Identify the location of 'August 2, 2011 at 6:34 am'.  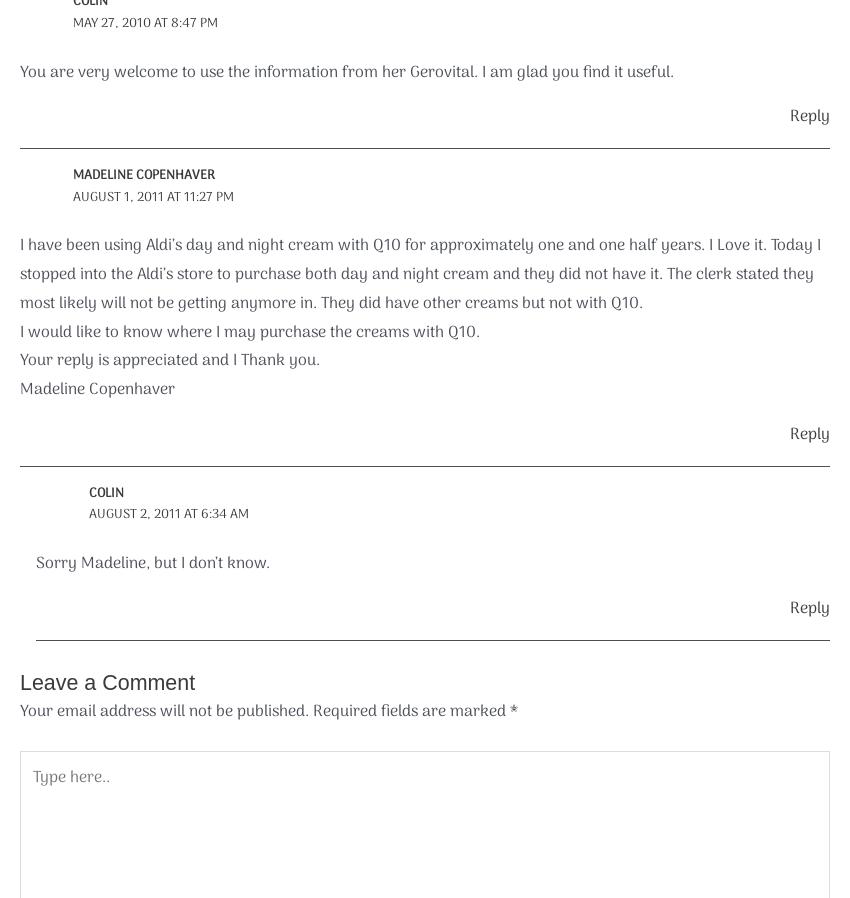
(167, 513).